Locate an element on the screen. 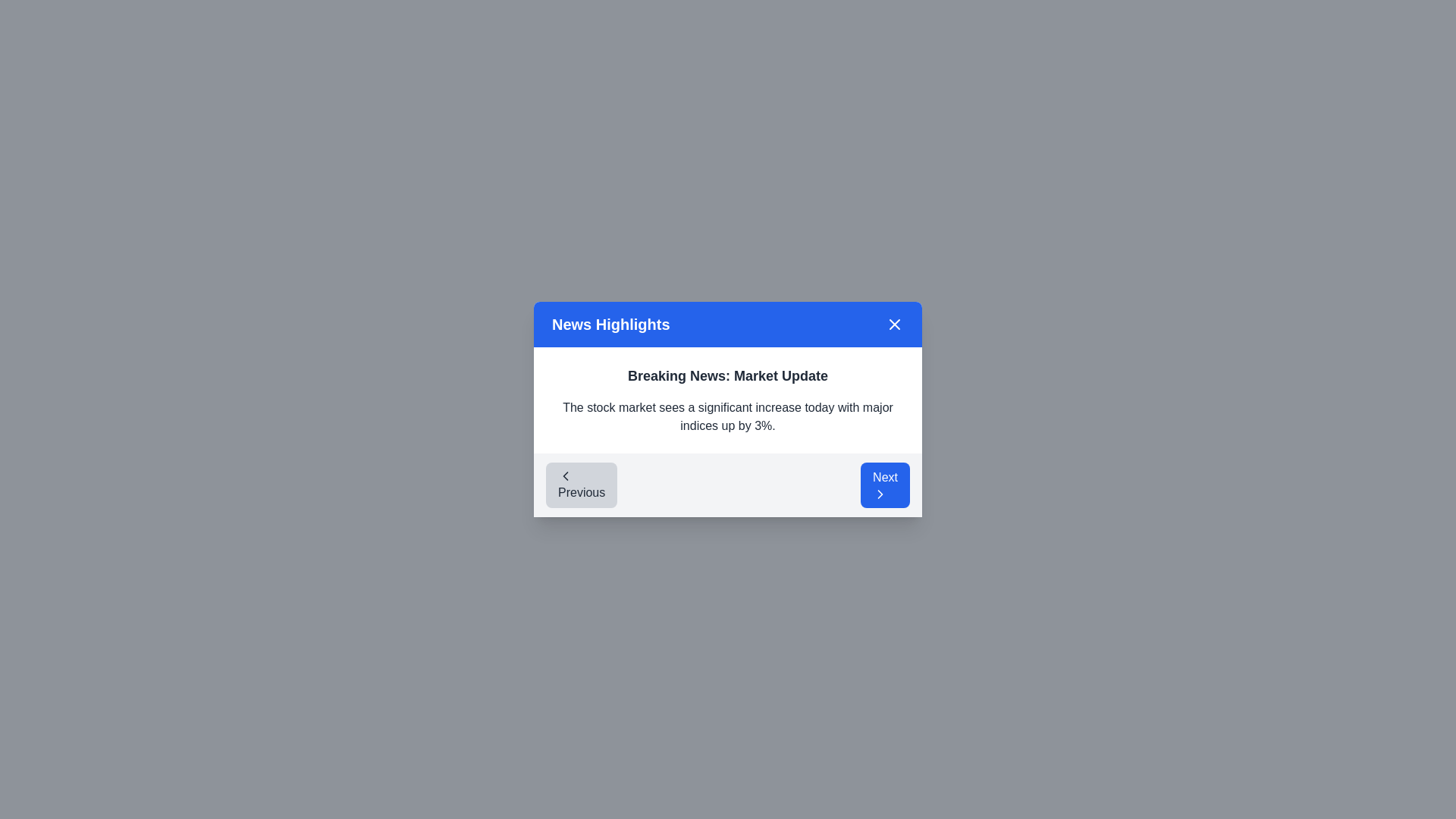 The height and width of the screenshot is (819, 1456). the Text label located in the top left corner of the blue header section of the modal dialog, which serves as the title or header for the modal's content is located at coordinates (610, 324).